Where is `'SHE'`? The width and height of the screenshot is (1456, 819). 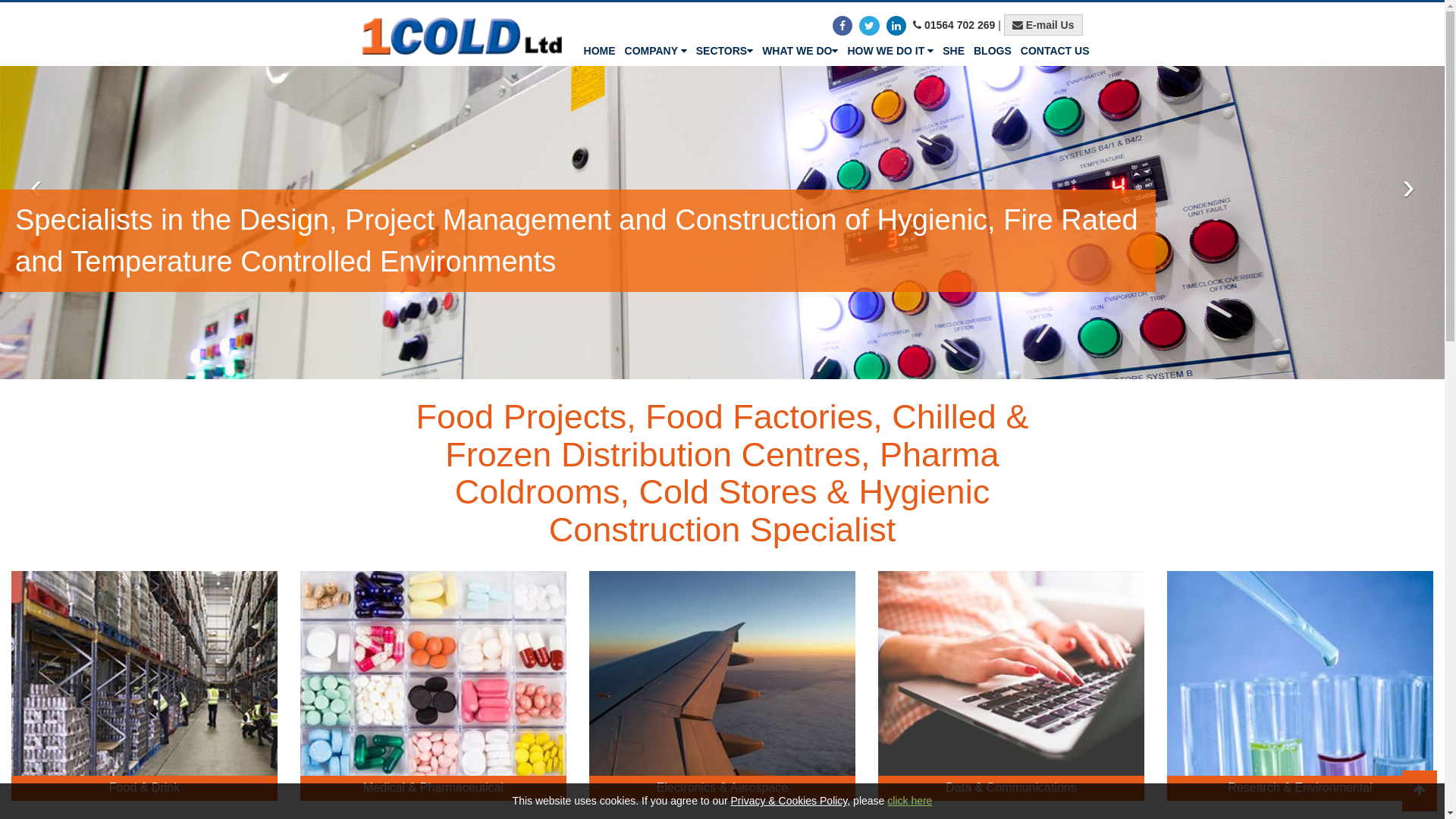 'SHE' is located at coordinates (952, 49).